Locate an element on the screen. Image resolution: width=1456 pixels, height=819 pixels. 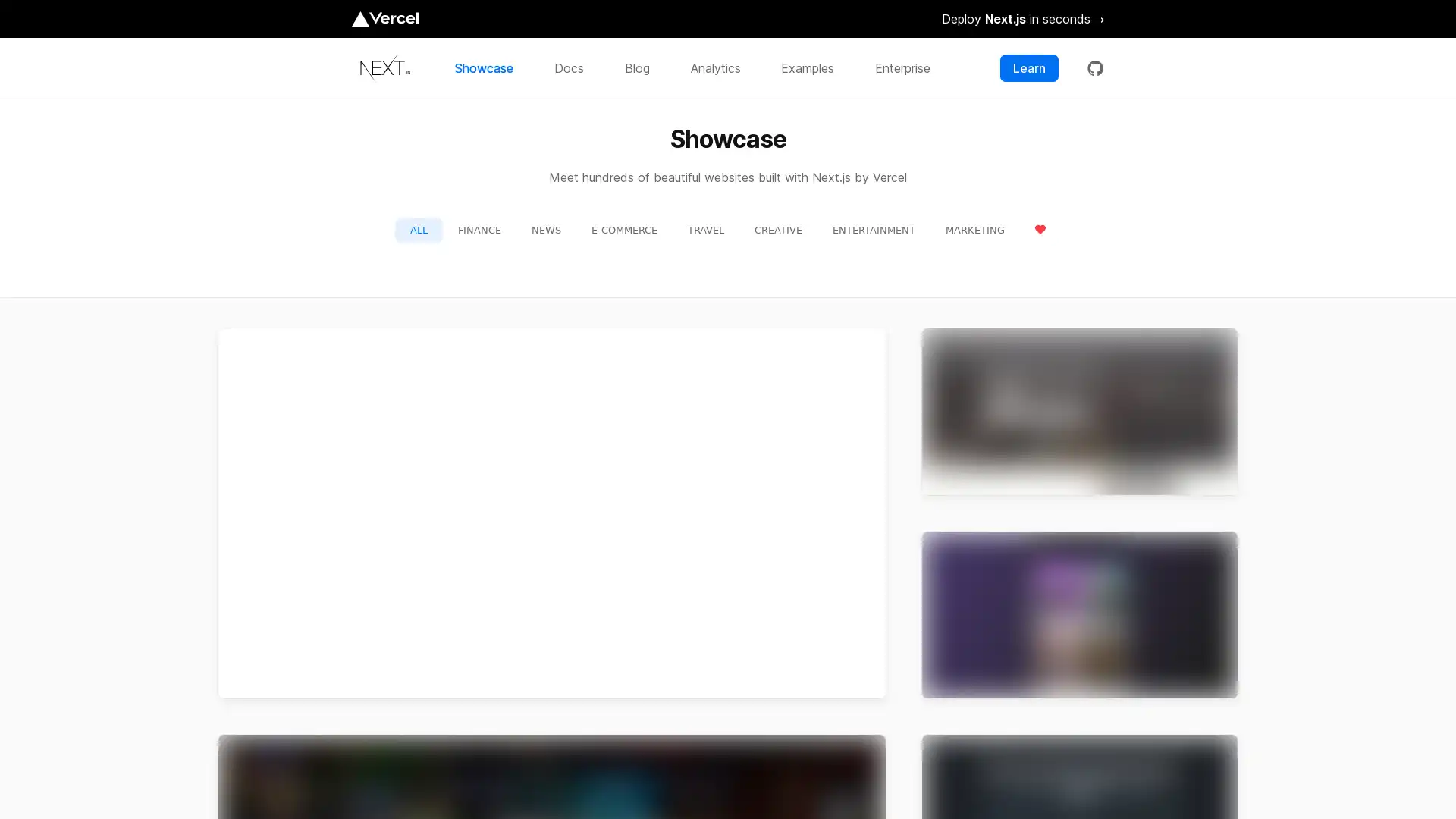
CREATIVE is located at coordinates (778, 230).